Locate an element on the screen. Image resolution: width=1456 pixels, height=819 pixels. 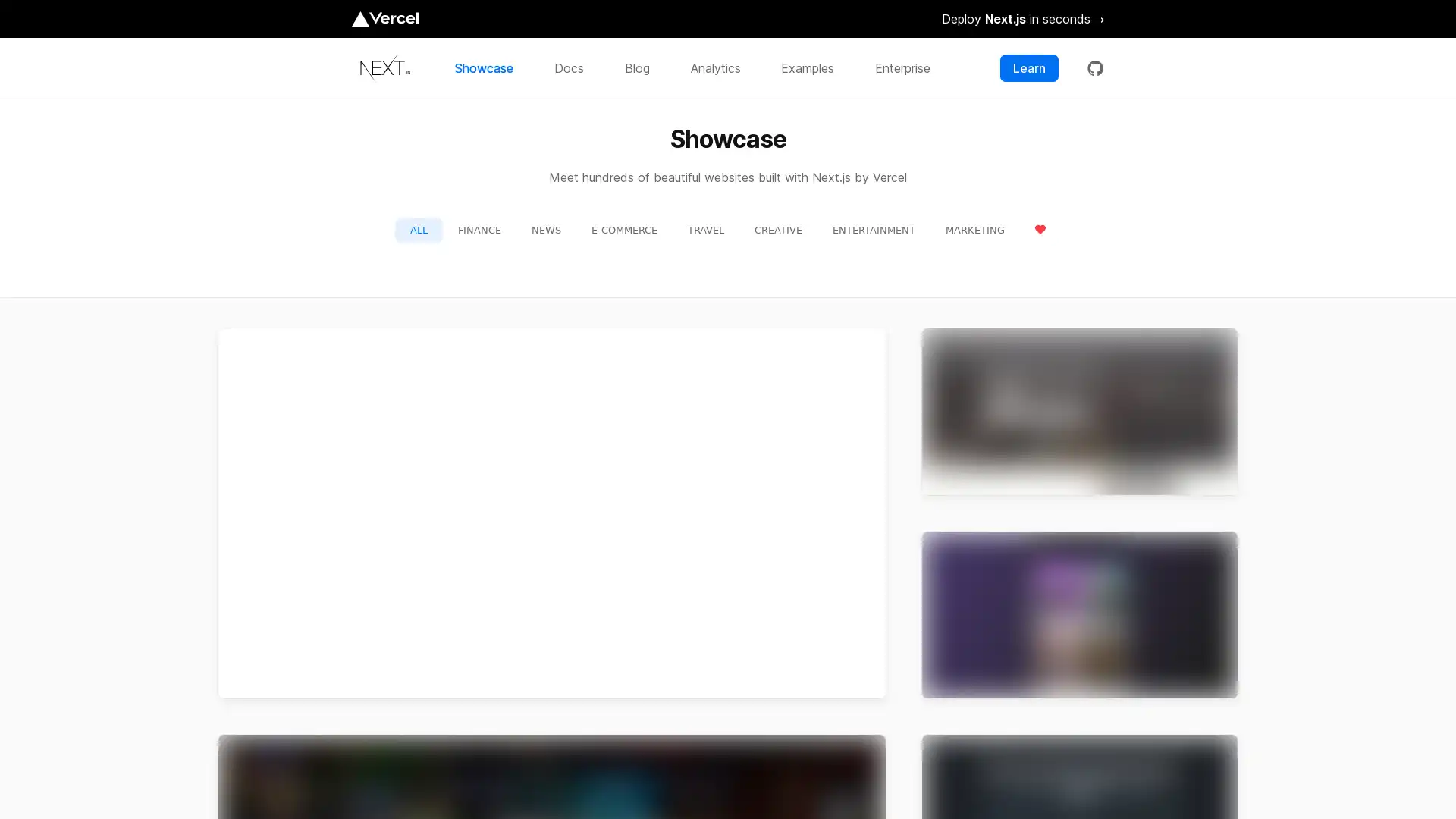
CREATIVE is located at coordinates (778, 230).